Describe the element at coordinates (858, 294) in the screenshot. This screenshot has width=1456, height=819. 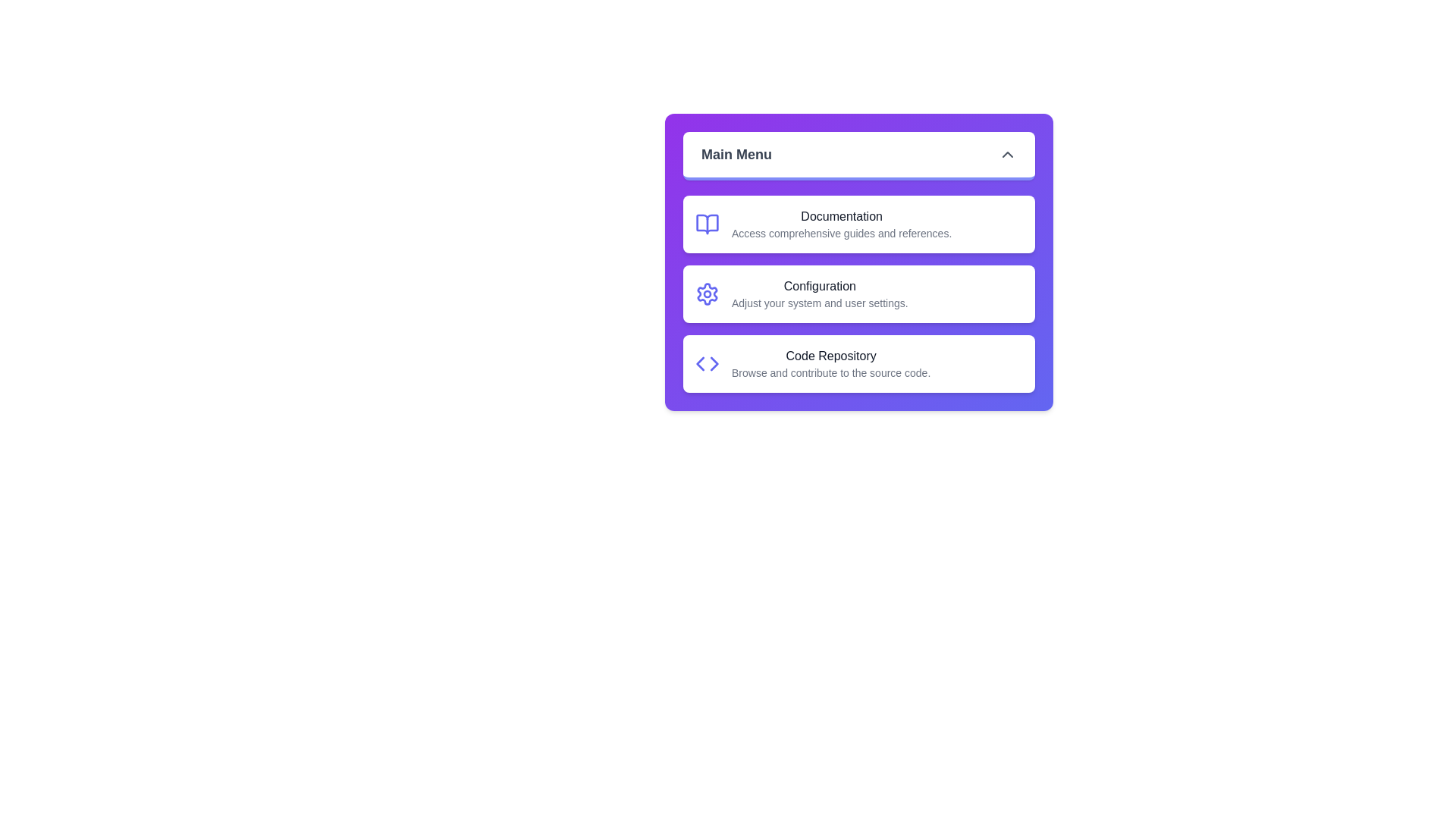
I see `the menu item Configuration from the list` at that location.